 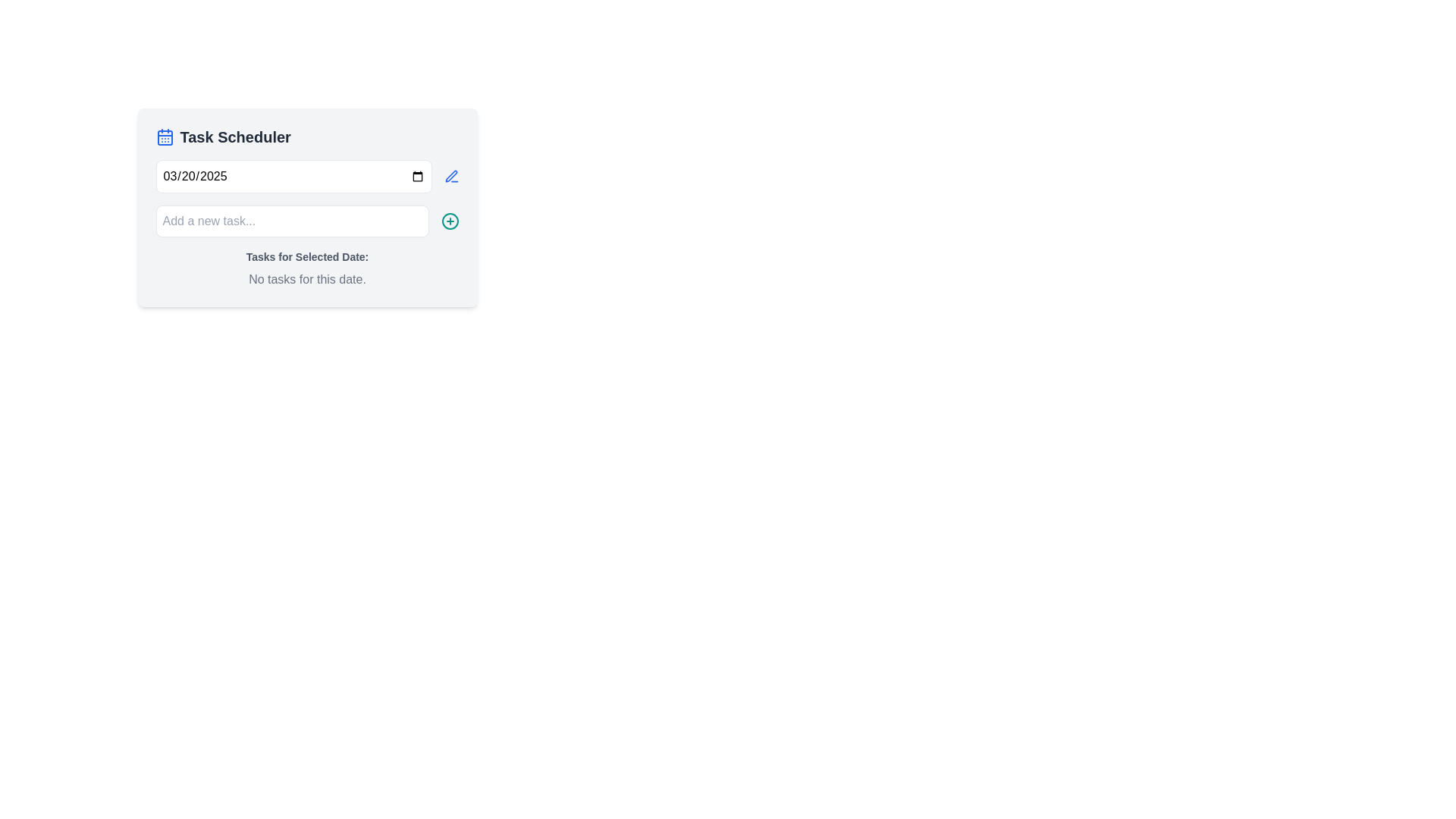 I want to click on the calendar icon, which is styled in blue and located to the left of the heading 'Task Scheduler', so click(x=165, y=137).